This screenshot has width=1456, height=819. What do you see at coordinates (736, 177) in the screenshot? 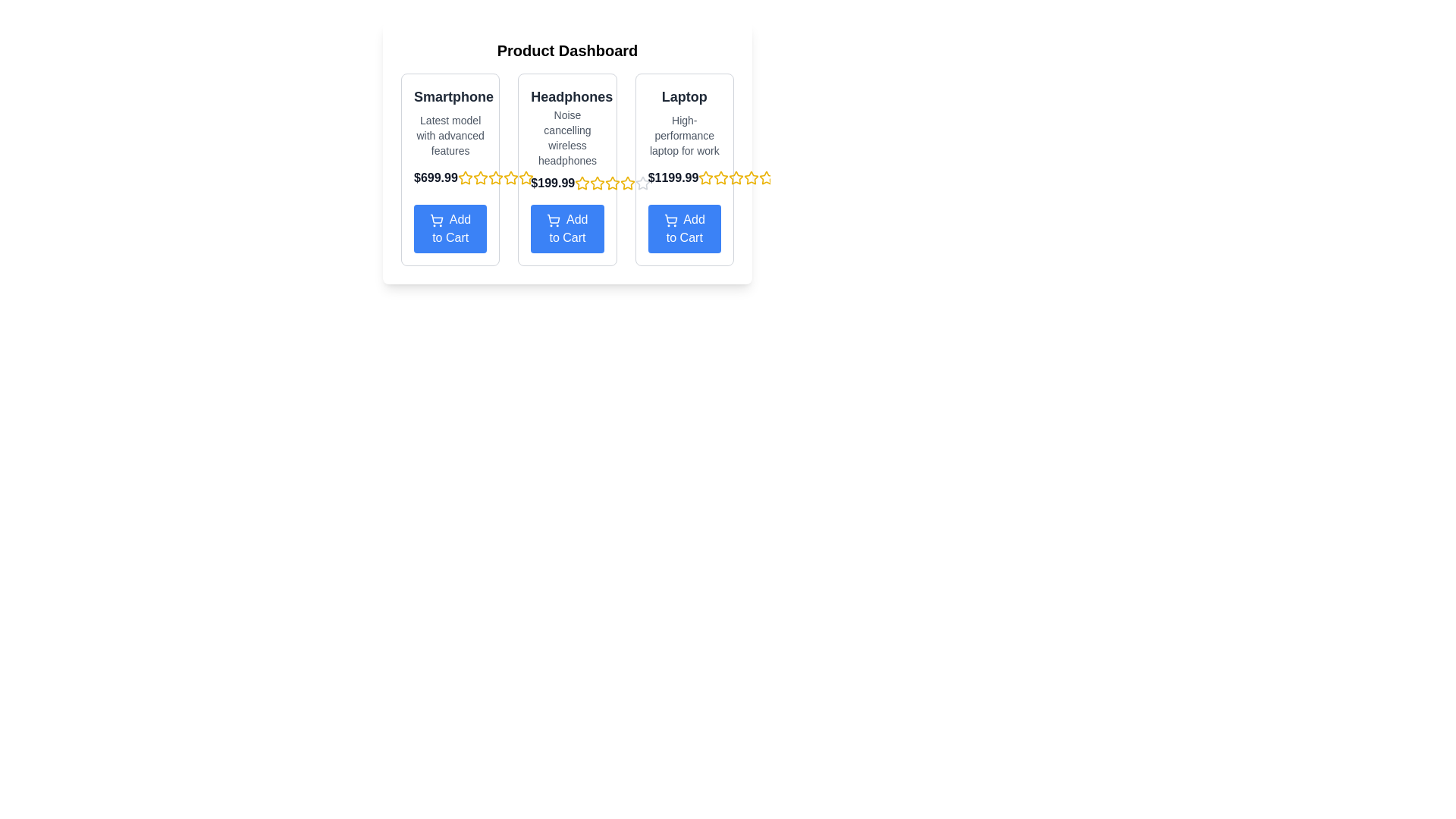
I see `the fourth yellow star icon in a row of 5 stars located beside the price label '$1199.99' within the product card labeled 'Laptop'` at bounding box center [736, 177].